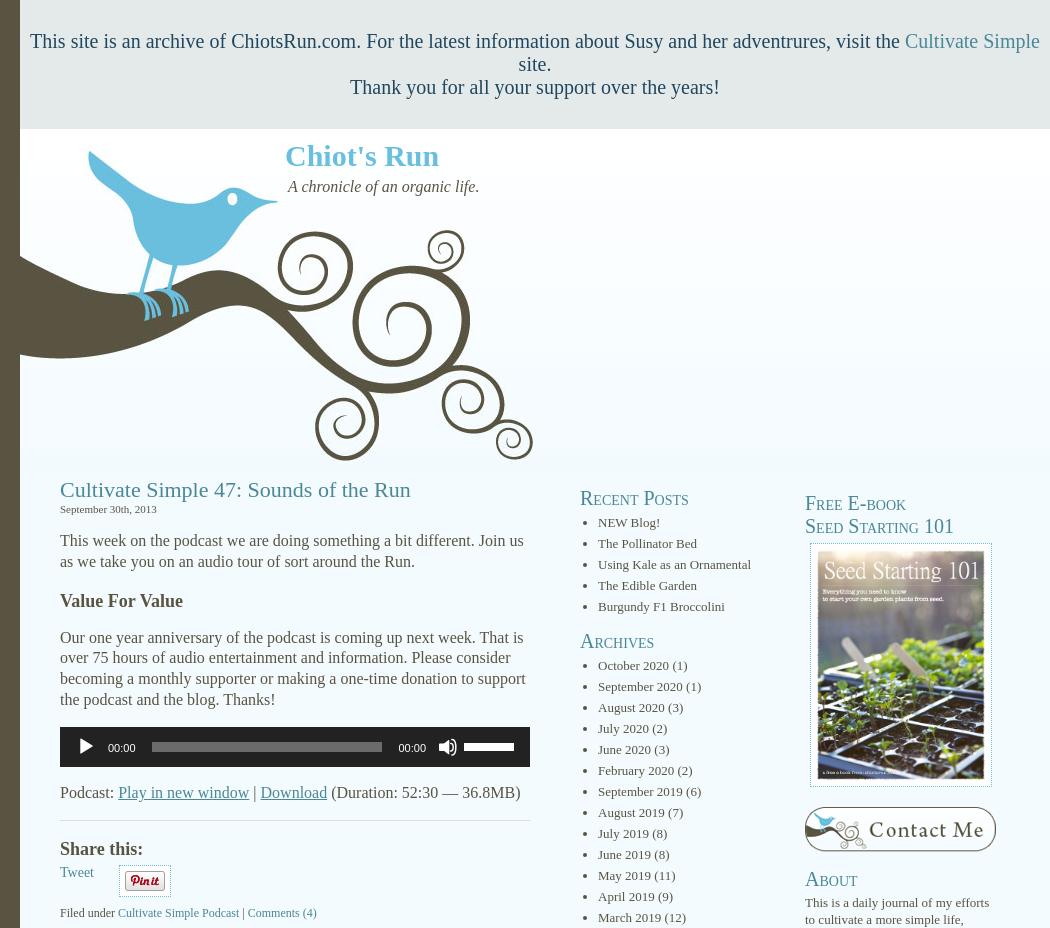 Image resolution: width=1050 pixels, height=928 pixels. Describe the element at coordinates (361, 155) in the screenshot. I see `'Chiot's Run'` at that location.